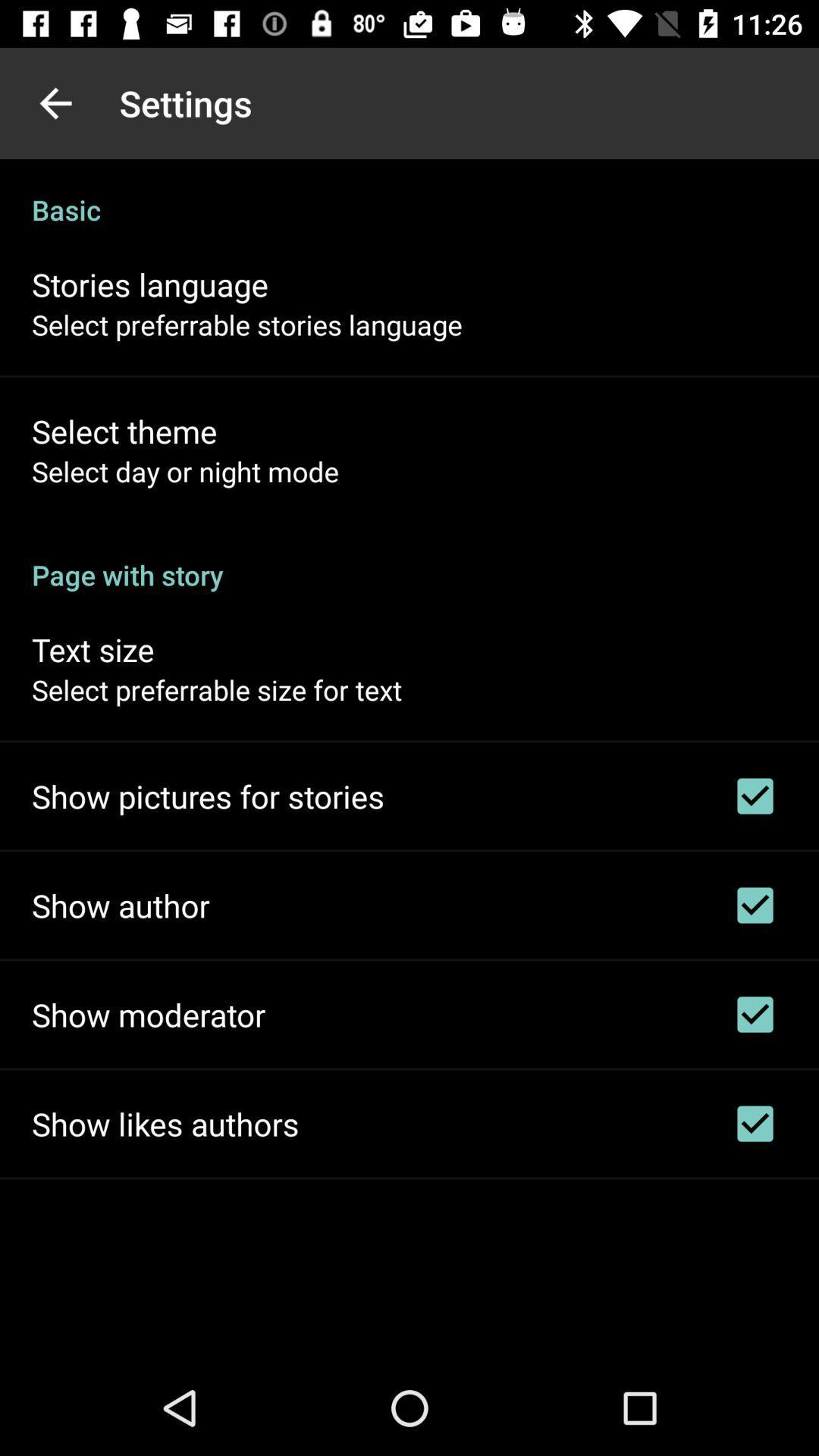  Describe the element at coordinates (55, 102) in the screenshot. I see `item to the left of the settings item` at that location.